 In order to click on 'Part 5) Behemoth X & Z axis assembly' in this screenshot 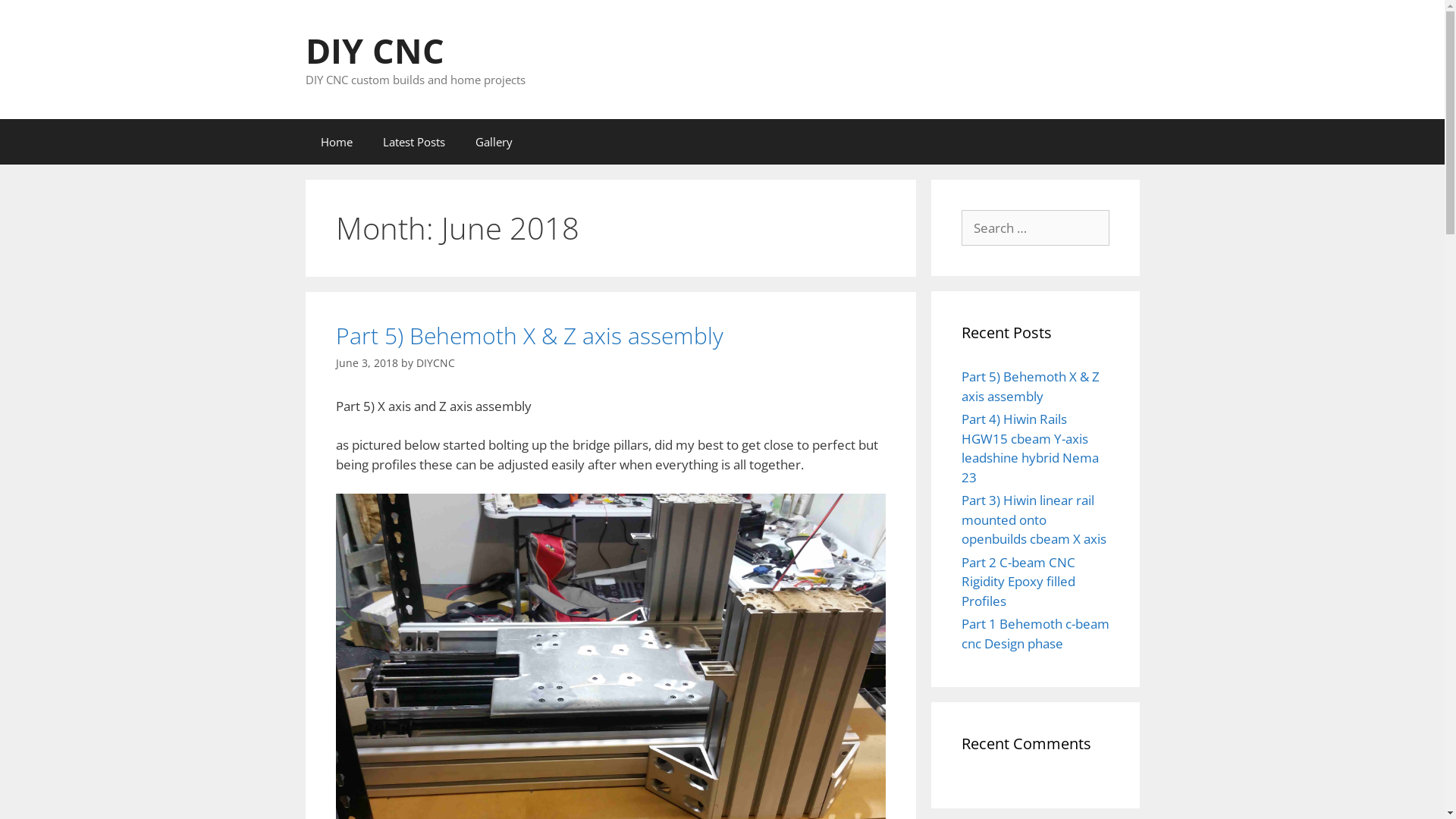, I will do `click(1030, 385)`.